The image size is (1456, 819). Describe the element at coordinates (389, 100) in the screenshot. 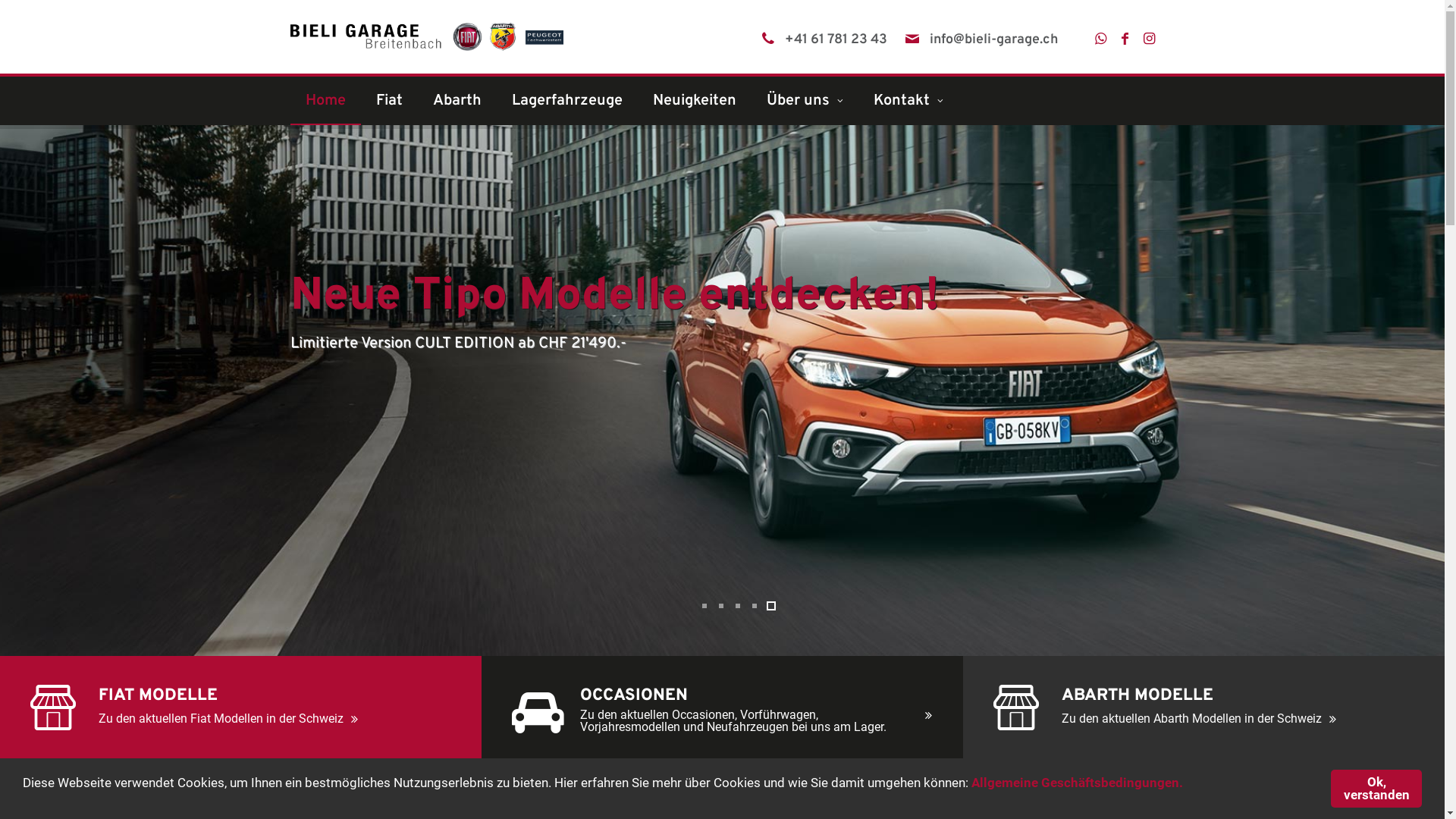

I see `'Fiat'` at that location.